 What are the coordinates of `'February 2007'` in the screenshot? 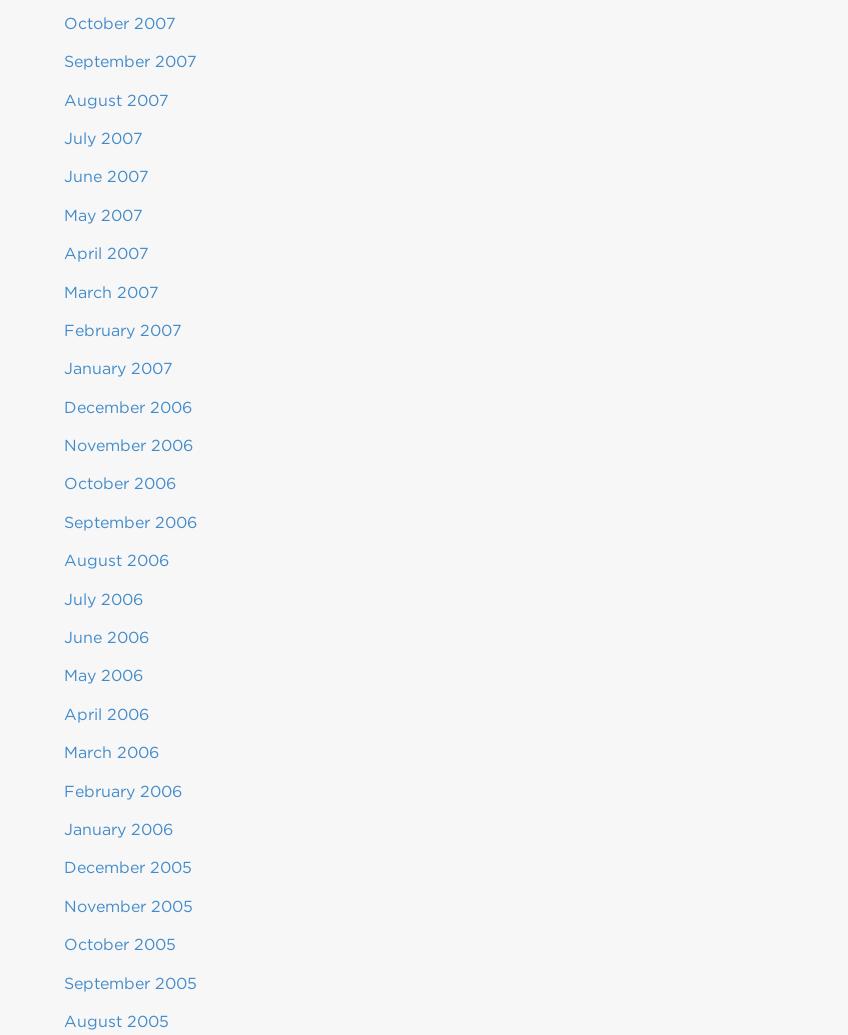 It's located at (121, 329).